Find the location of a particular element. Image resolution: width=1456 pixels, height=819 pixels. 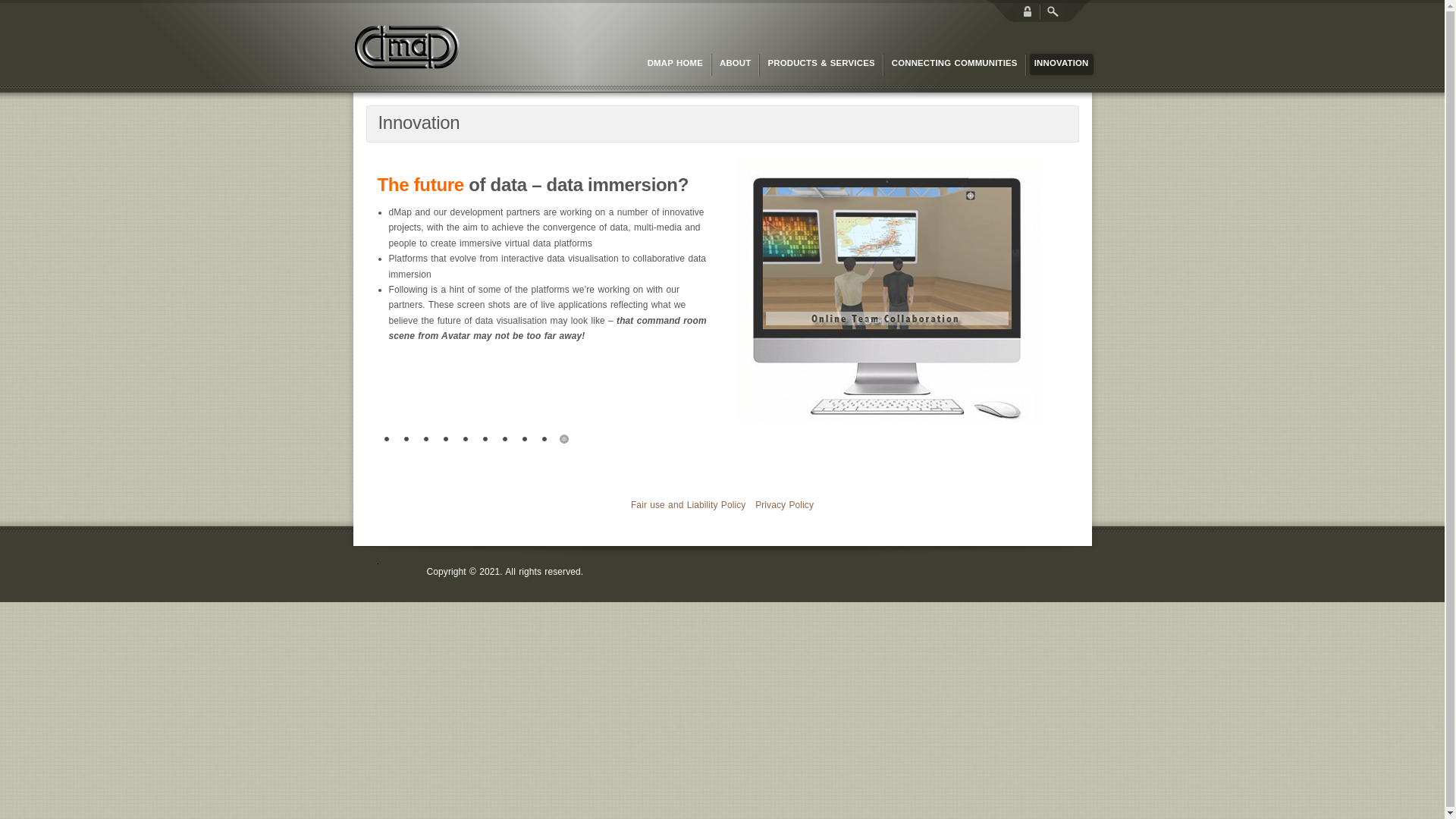

'CONNECTING COMMUNITIES' is located at coordinates (953, 63).